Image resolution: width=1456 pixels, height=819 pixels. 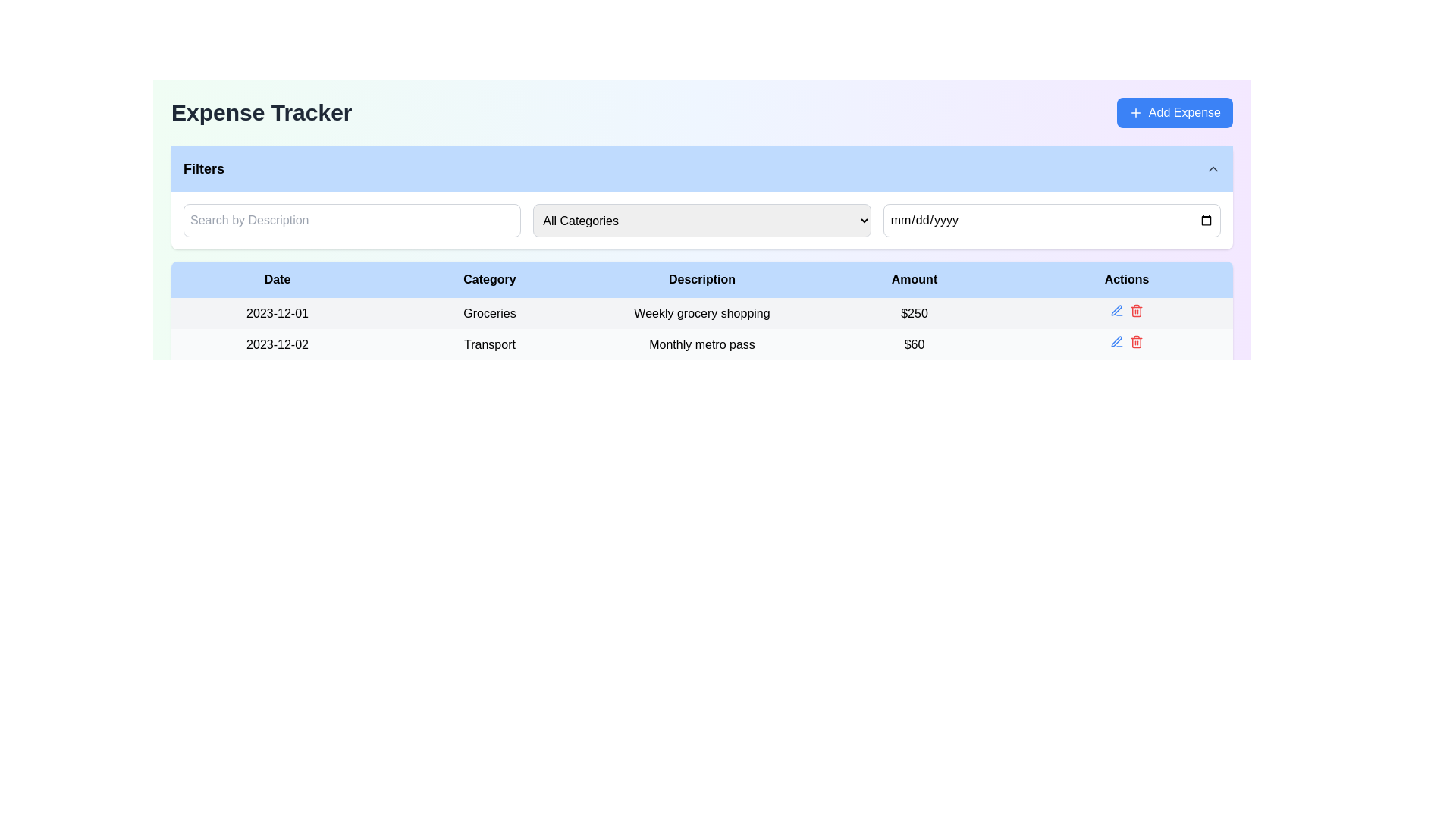 What do you see at coordinates (1136, 342) in the screenshot?
I see `the red trash bin icon button in the 'Actions' column of the second row to initiate a delete action for the 'Transport' entry, which has a description of 'Monthly metro pass' and an amount of '$60'` at bounding box center [1136, 342].